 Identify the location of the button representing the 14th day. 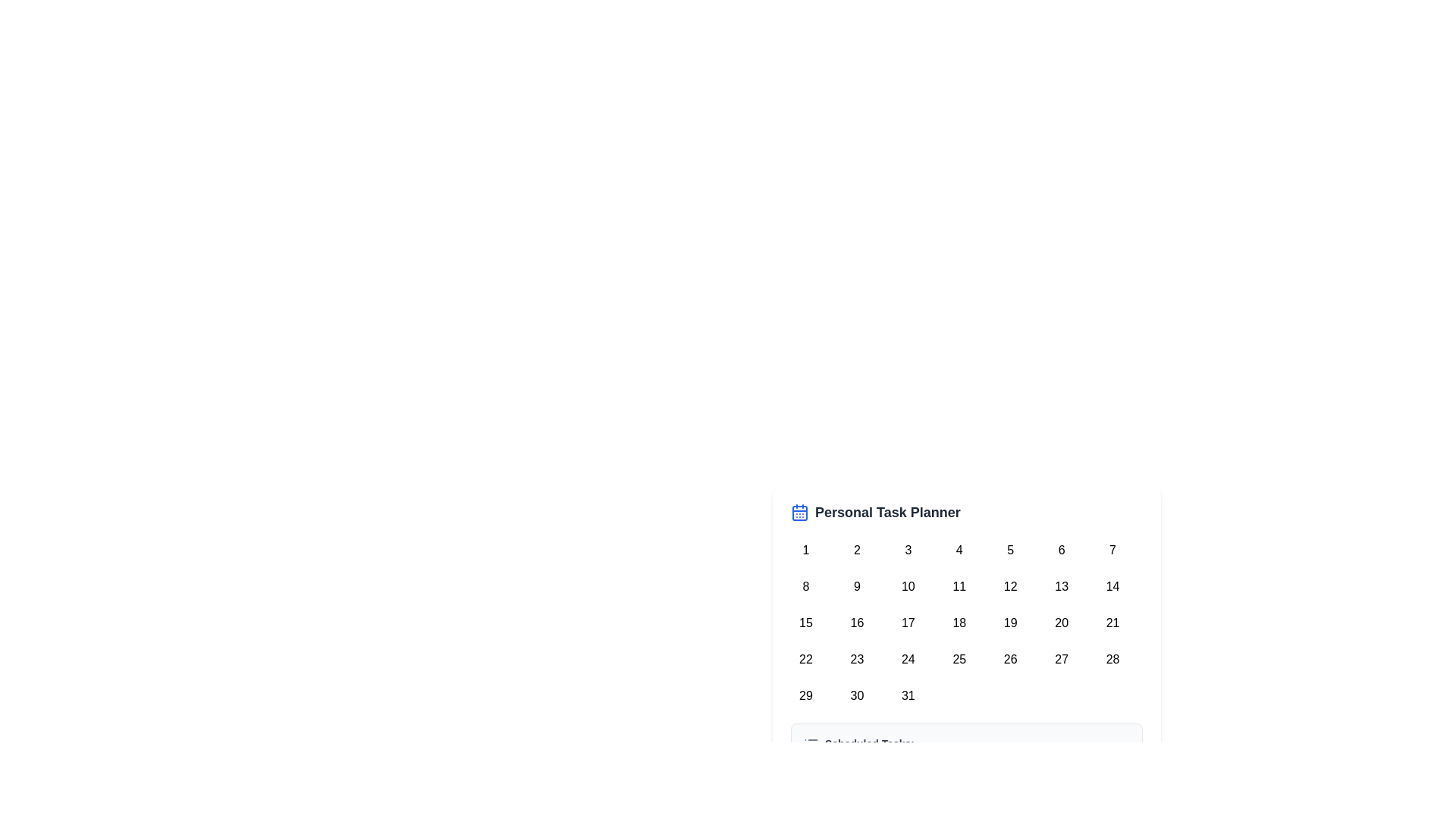
(1112, 586).